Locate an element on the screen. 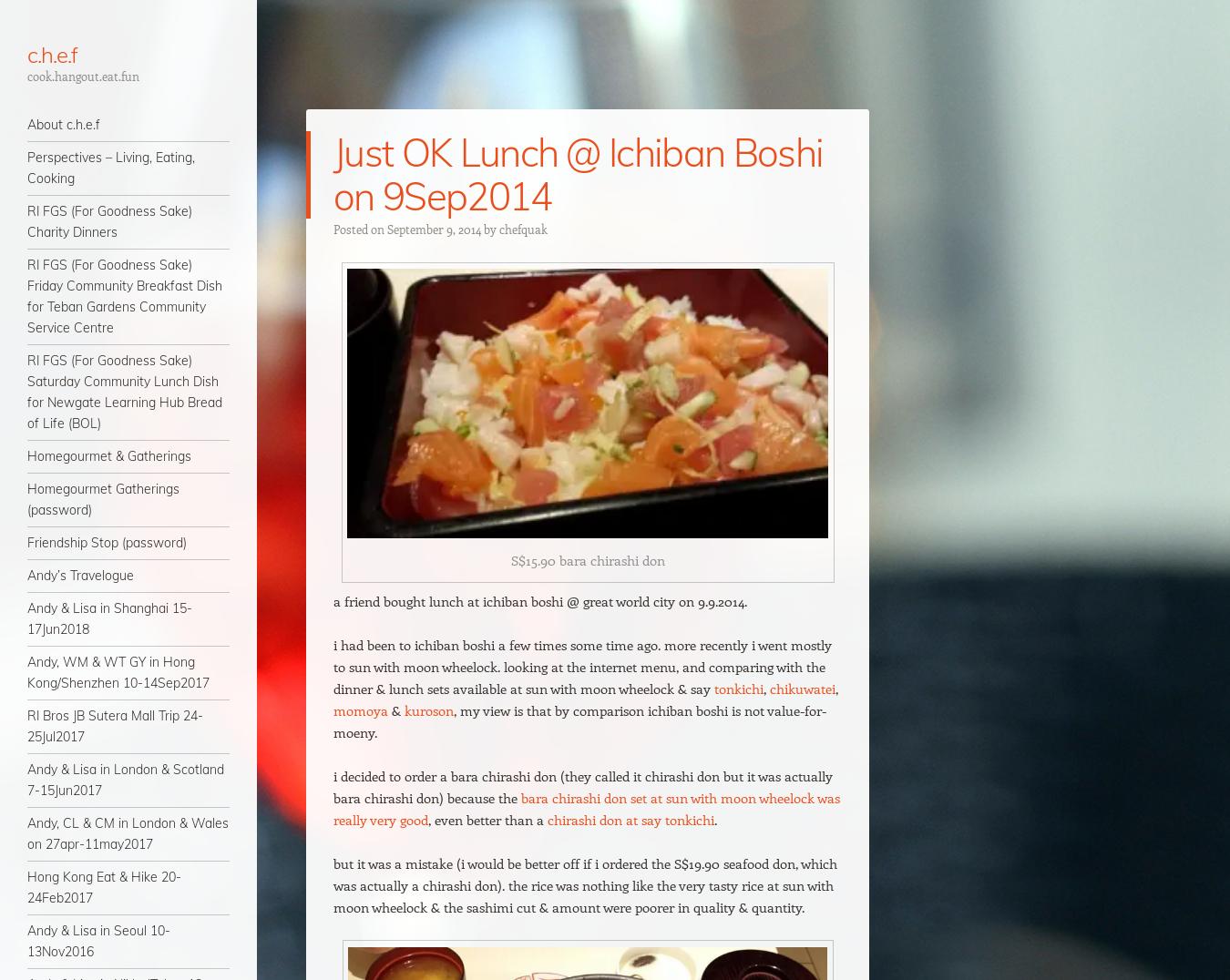  'Homegourmet & Gatherings' is located at coordinates (109, 455).